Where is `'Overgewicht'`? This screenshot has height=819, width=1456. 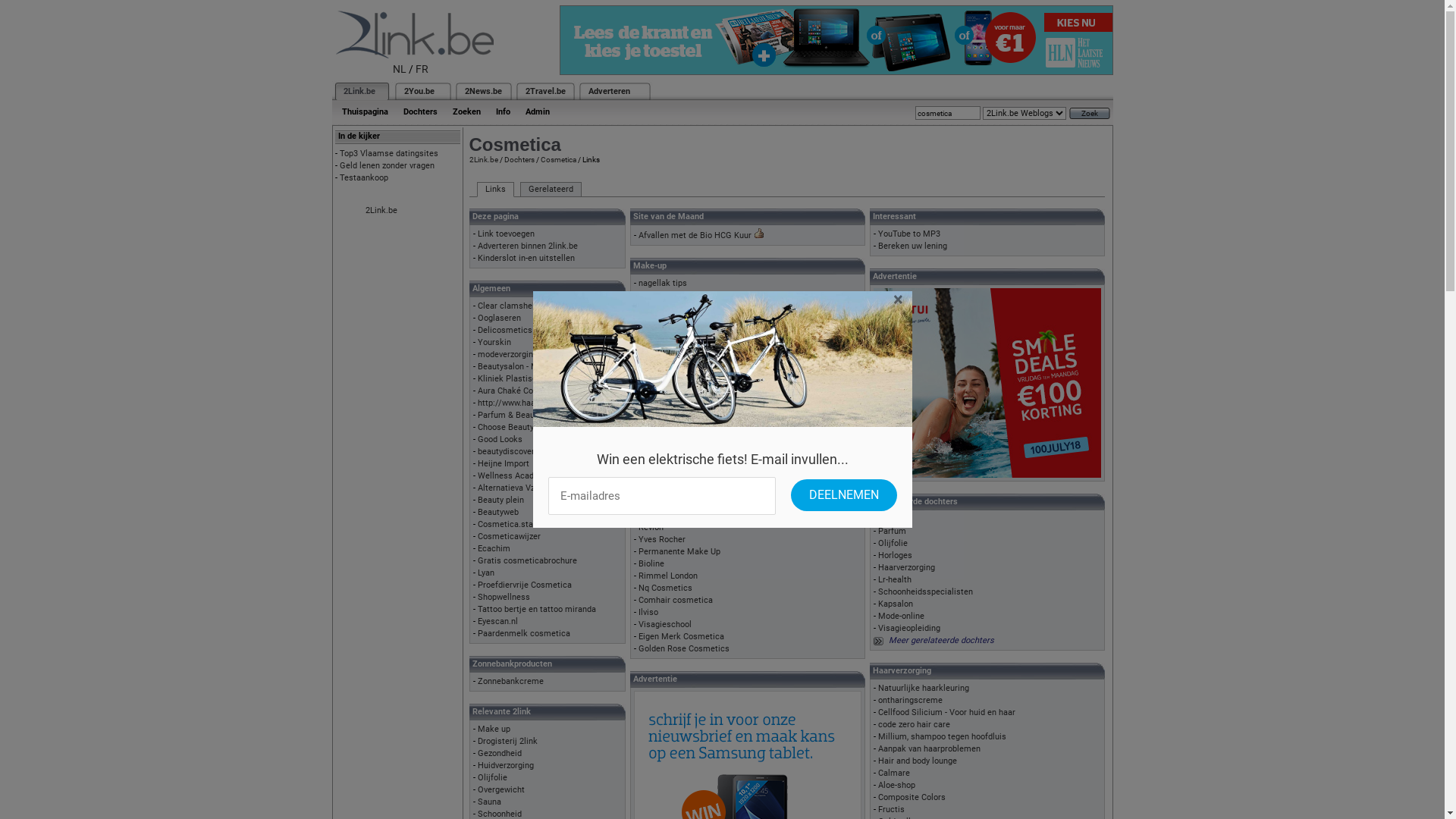 'Overgewicht' is located at coordinates (501, 789).